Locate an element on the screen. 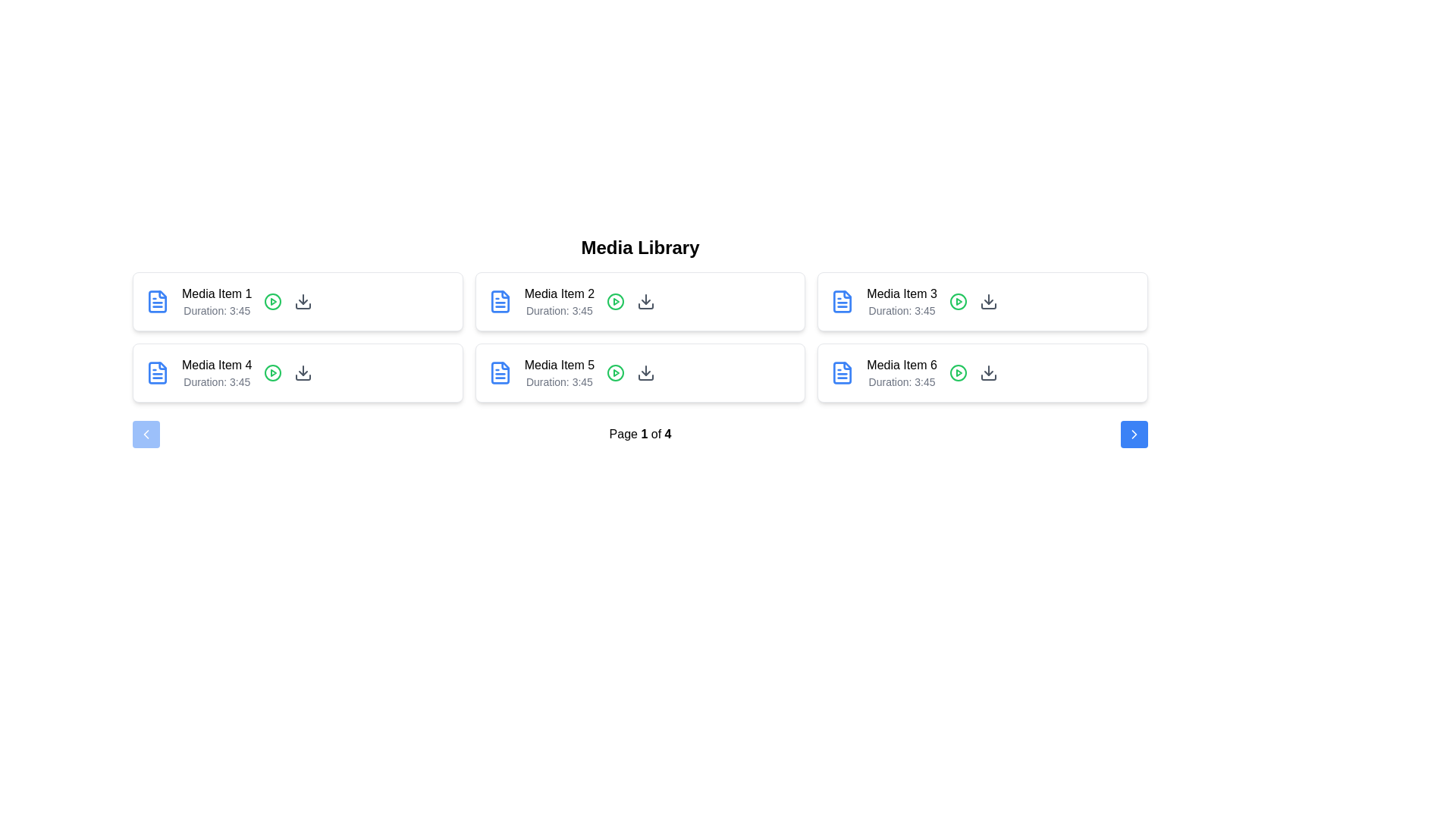  the circular visual boundary that serves as a decorative or functional boundary for the play icon in the second media card of the media library layout, located slightly to the right of the text label 'Media Item 2' is located at coordinates (616, 301).